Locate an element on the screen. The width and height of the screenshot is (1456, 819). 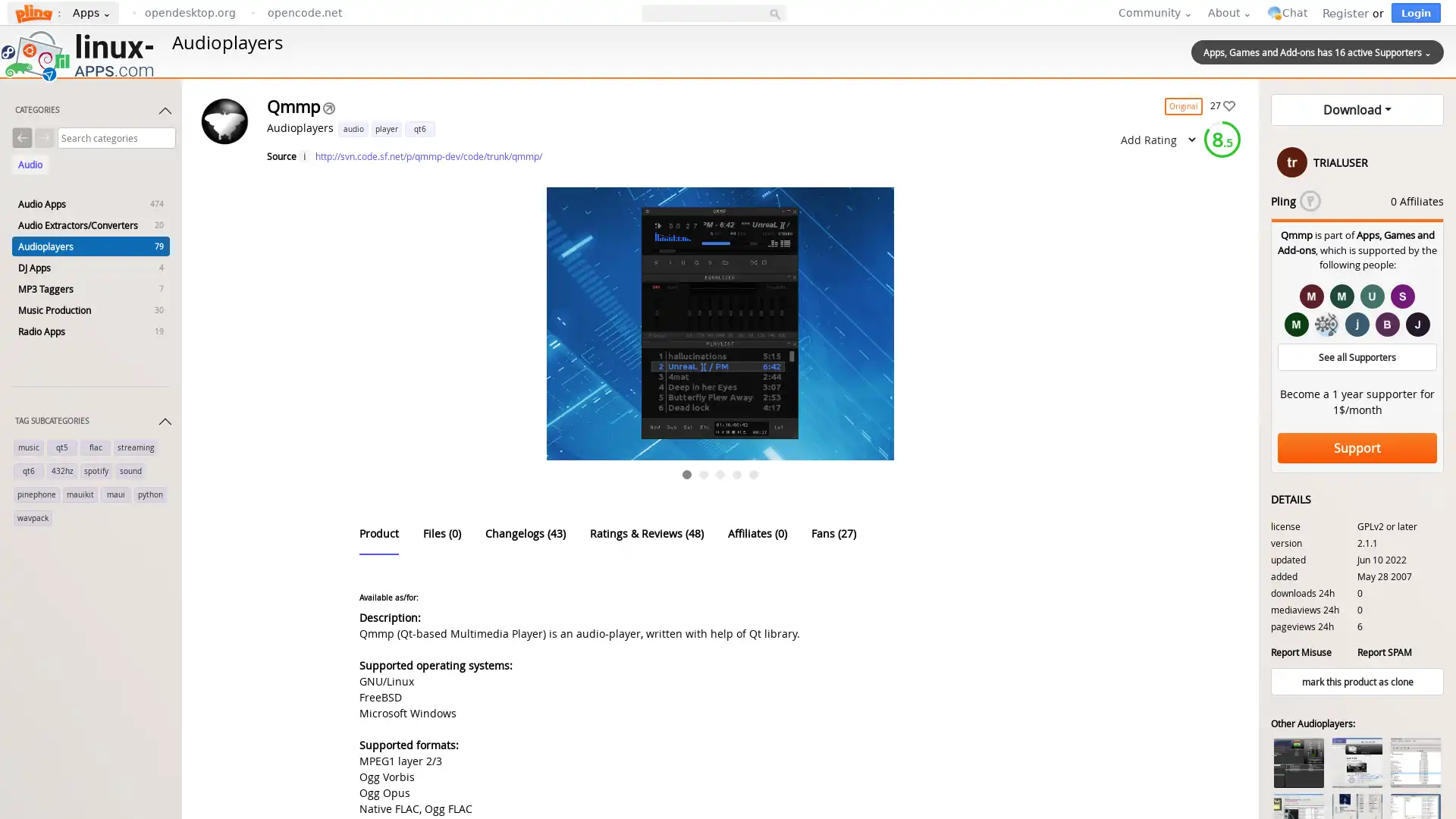
Go to slide 4 is located at coordinates (737, 473).